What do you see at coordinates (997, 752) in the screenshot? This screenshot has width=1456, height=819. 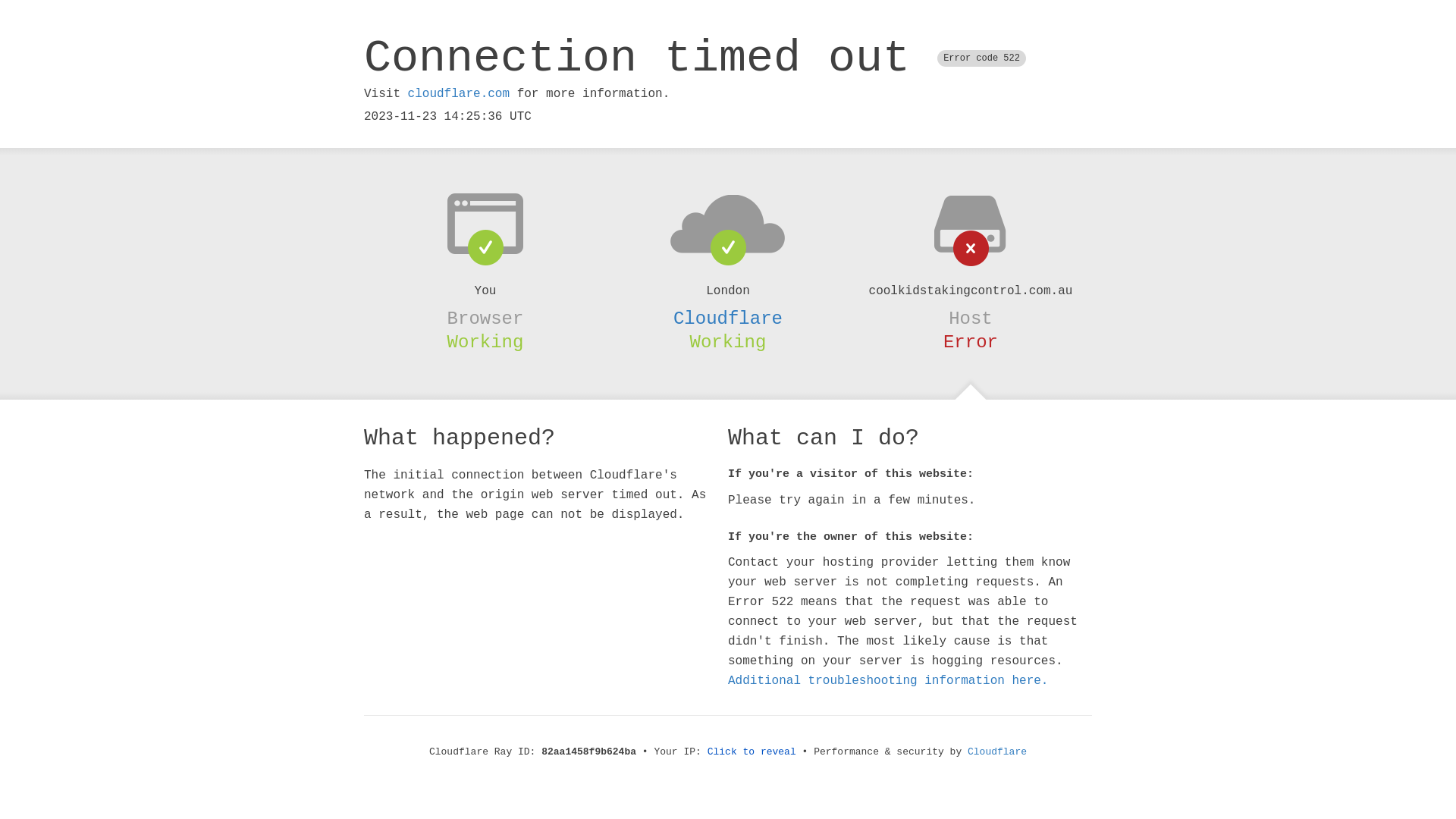 I see `'Cloudflare'` at bounding box center [997, 752].